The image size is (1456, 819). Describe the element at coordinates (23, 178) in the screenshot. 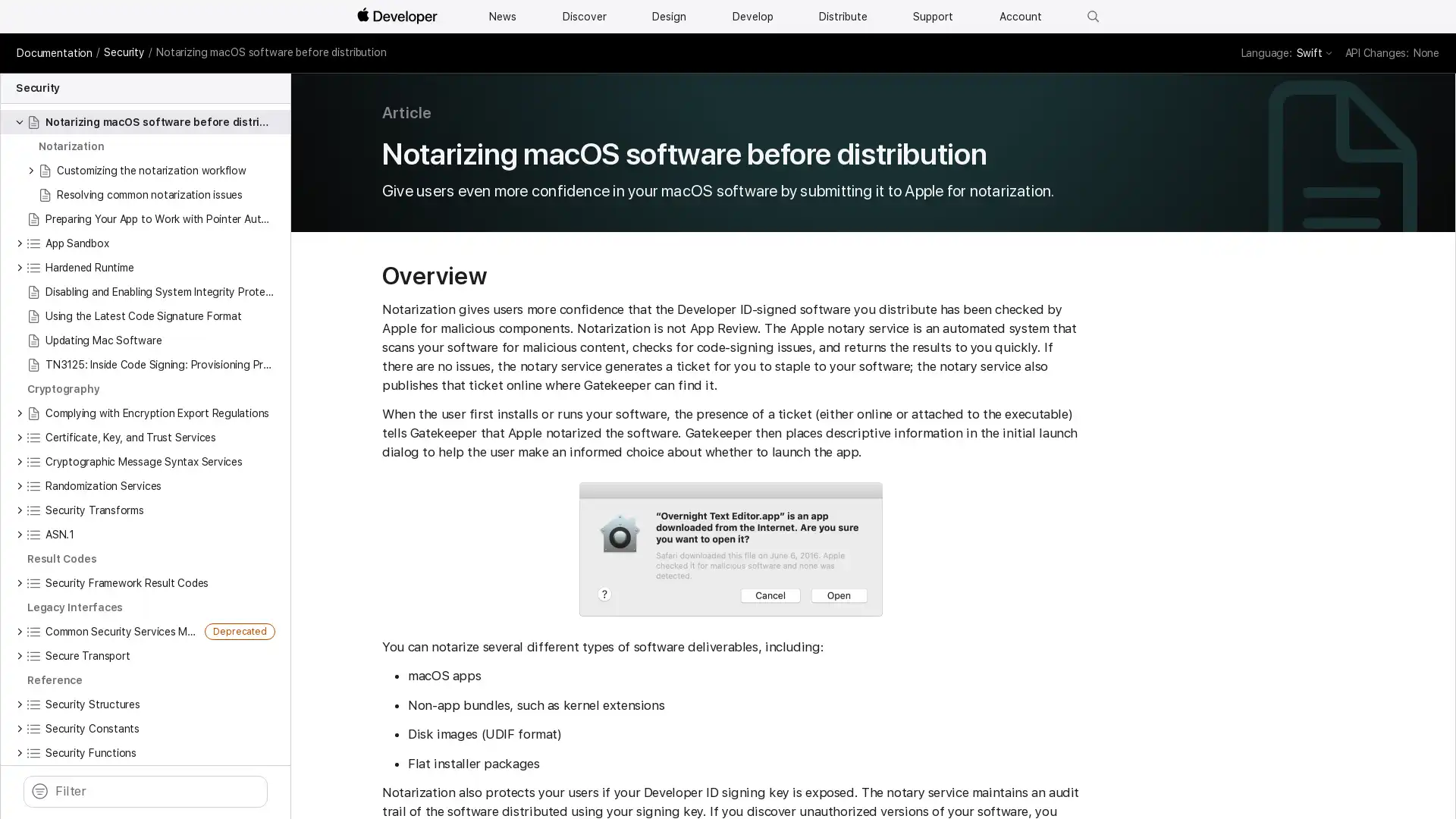

I see `Customizing the notarization workflow` at that location.